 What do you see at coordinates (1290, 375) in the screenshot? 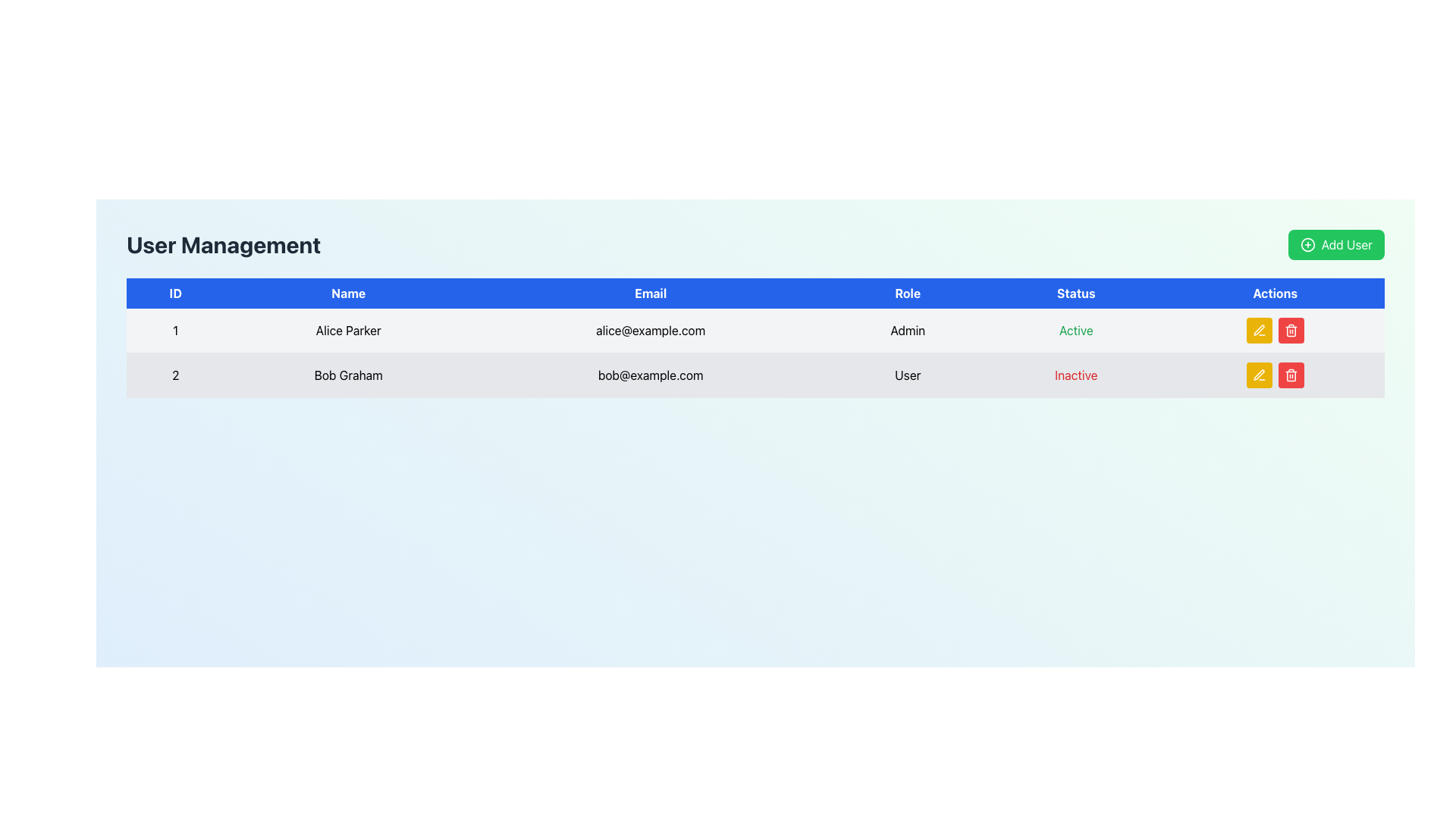
I see `the delete action icon located in the second row of the user table under the Actions column, which is nested within a red button and situated to the right of a yellow edit icon button` at bounding box center [1290, 375].